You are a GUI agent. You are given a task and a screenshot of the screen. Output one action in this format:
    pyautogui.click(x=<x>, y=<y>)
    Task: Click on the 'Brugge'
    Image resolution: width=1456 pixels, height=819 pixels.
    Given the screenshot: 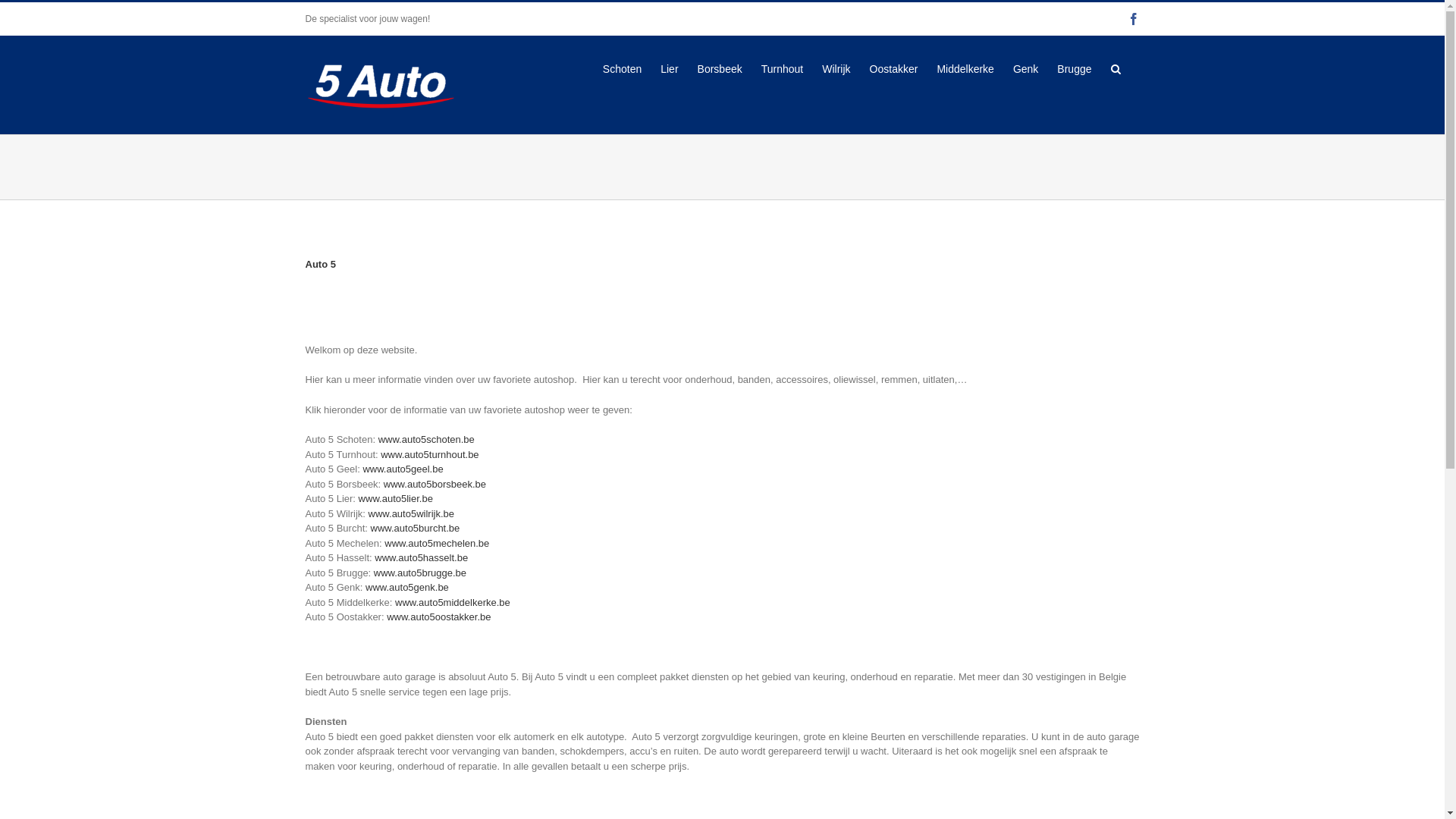 What is the action you would take?
    pyautogui.click(x=1056, y=67)
    